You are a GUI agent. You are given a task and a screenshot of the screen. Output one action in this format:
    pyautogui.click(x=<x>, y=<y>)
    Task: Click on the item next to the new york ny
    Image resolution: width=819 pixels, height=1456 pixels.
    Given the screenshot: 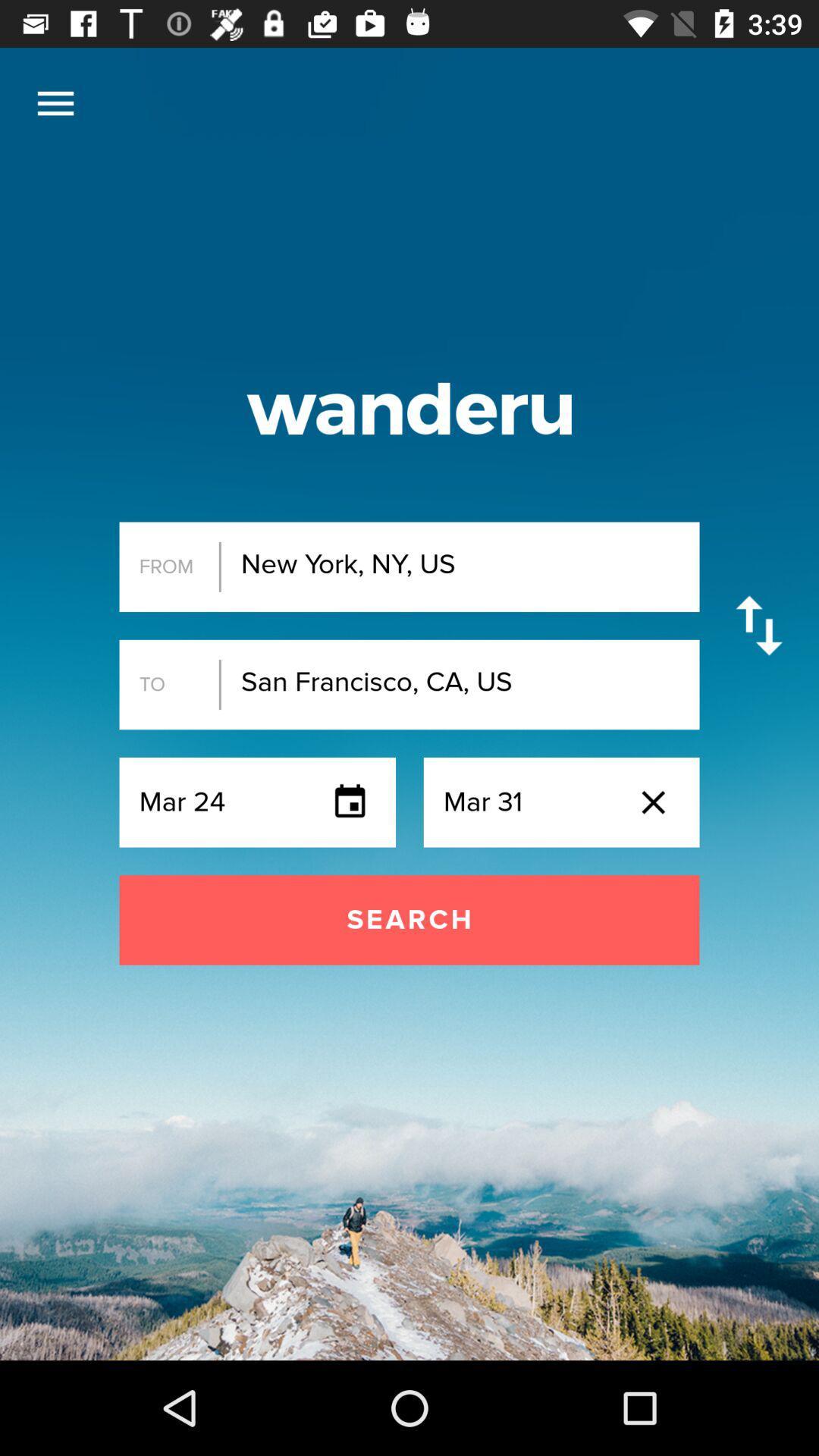 What is the action you would take?
    pyautogui.click(x=759, y=626)
    